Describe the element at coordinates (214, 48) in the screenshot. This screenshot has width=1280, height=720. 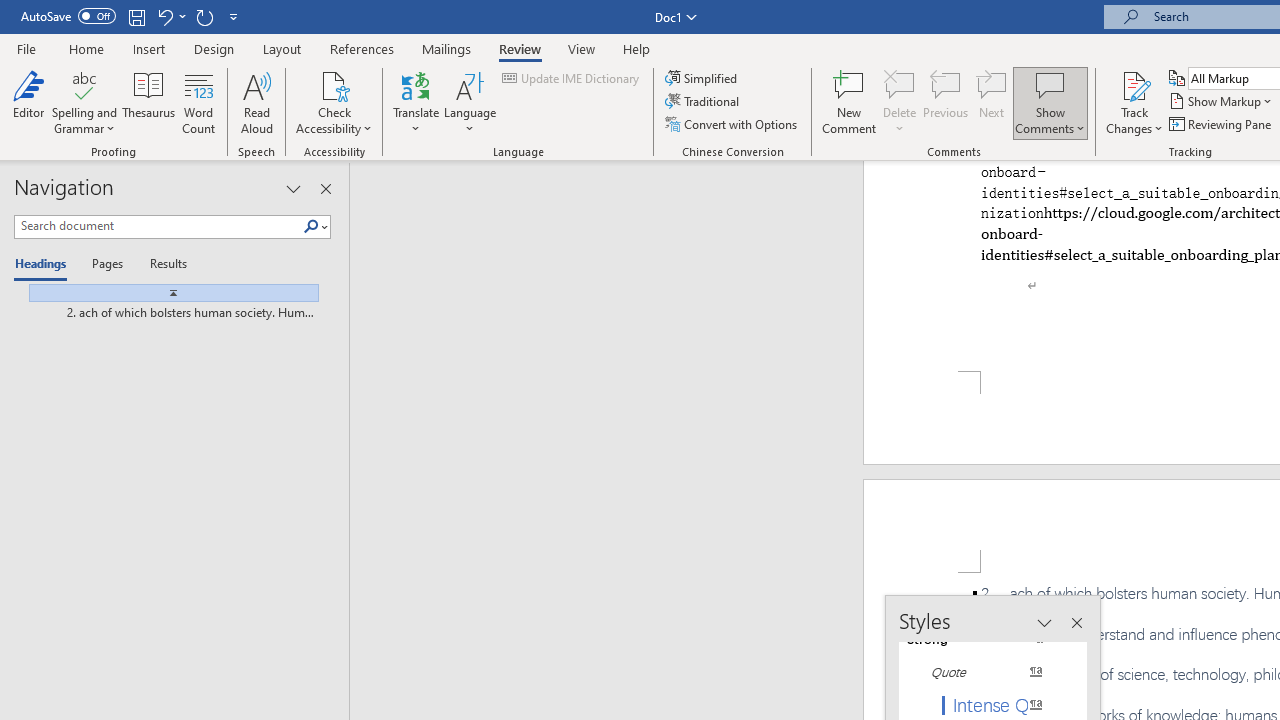
I see `'Design'` at that location.